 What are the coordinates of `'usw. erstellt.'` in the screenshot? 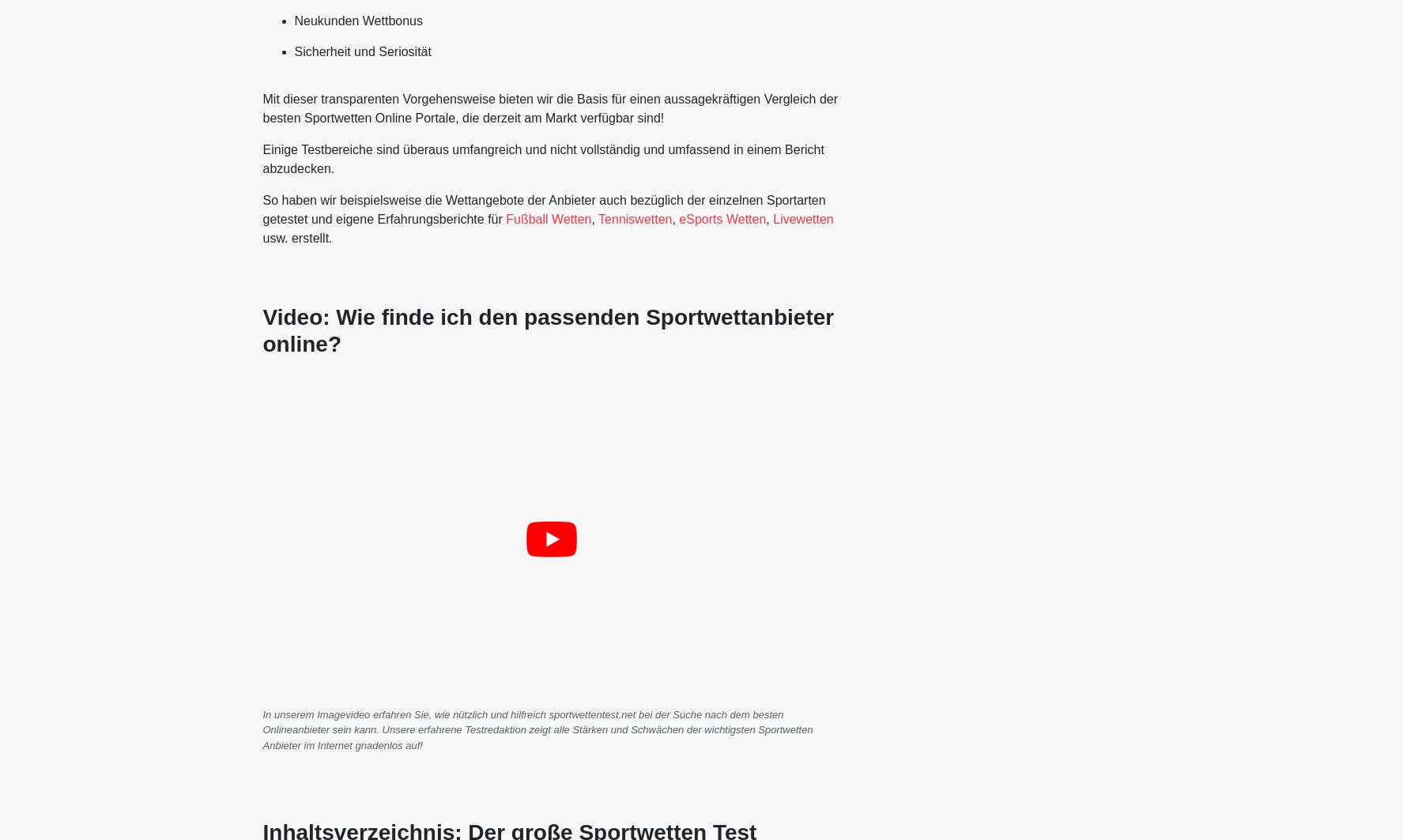 It's located at (296, 238).